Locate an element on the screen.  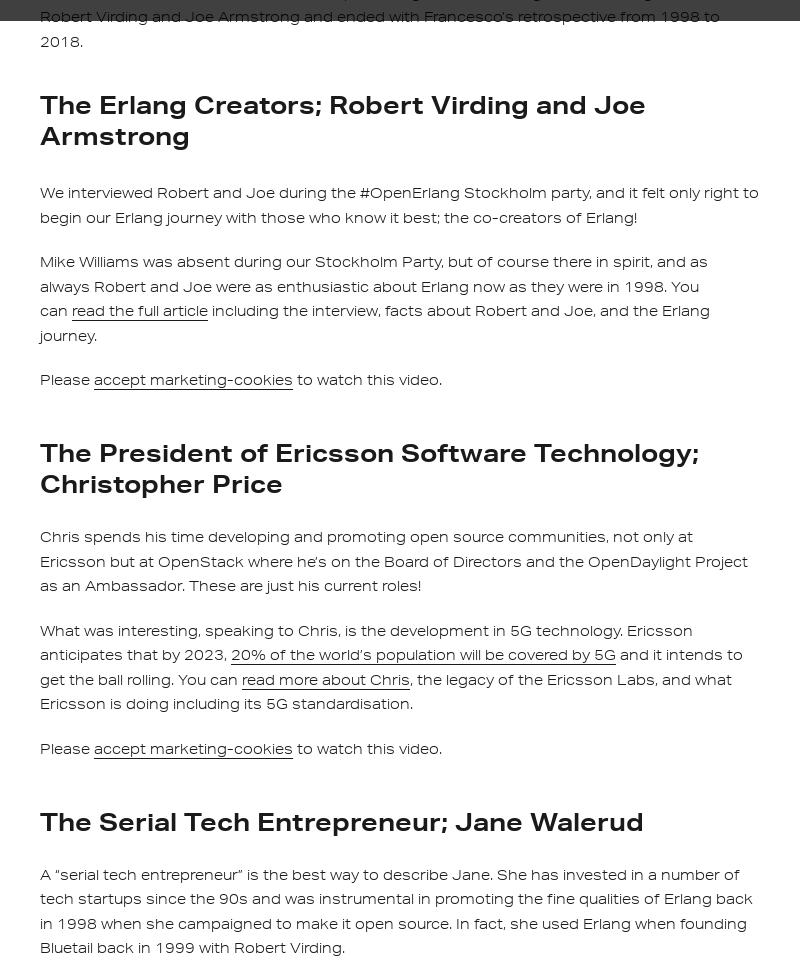
'The Erlang Creators; Robert Virding and Joe Armstrong' is located at coordinates (343, 119).